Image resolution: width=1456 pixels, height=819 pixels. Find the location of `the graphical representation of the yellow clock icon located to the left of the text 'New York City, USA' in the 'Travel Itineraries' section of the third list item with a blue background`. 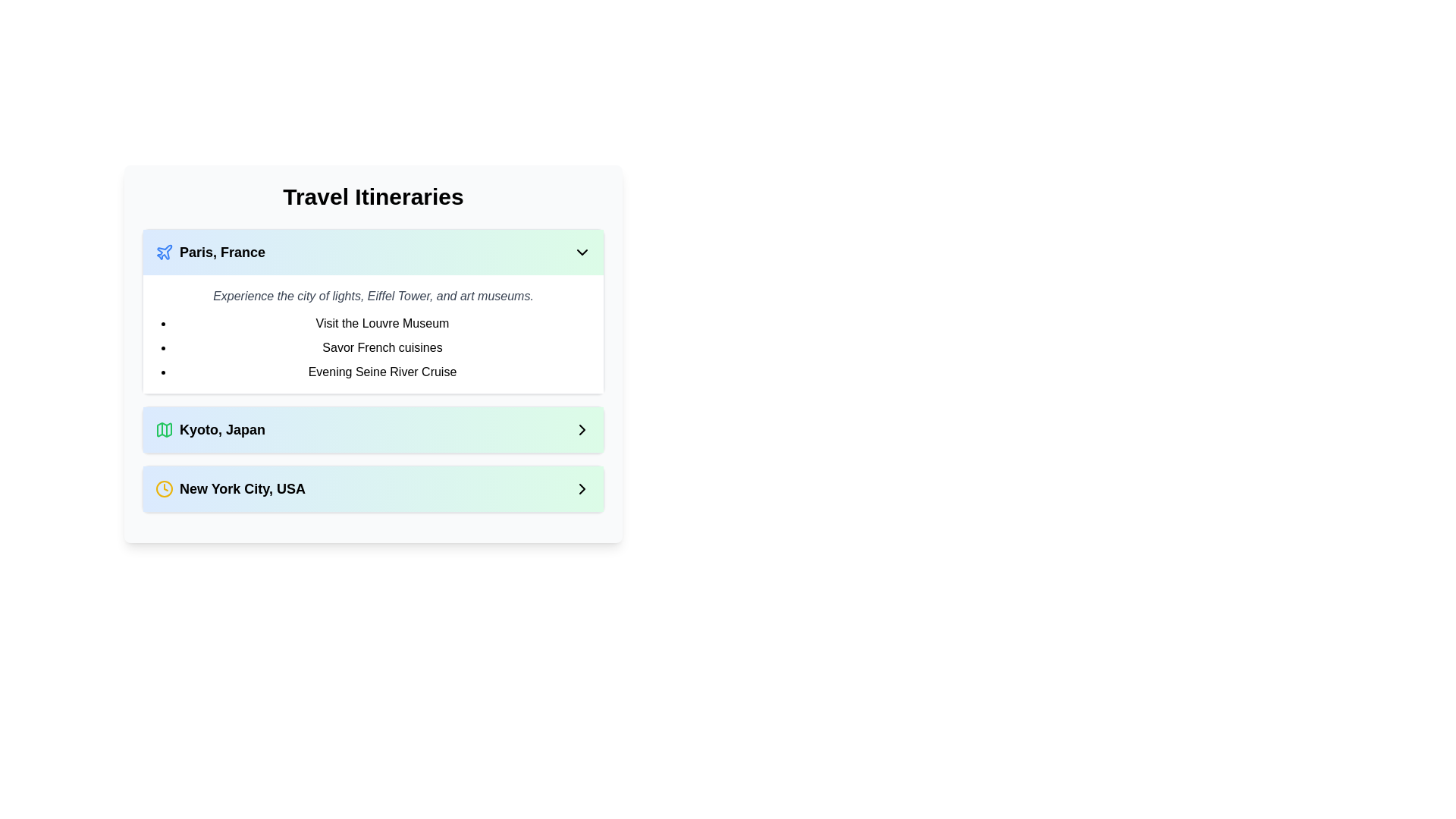

the graphical representation of the yellow clock icon located to the left of the text 'New York City, USA' in the 'Travel Itineraries' section of the third list item with a blue background is located at coordinates (164, 488).